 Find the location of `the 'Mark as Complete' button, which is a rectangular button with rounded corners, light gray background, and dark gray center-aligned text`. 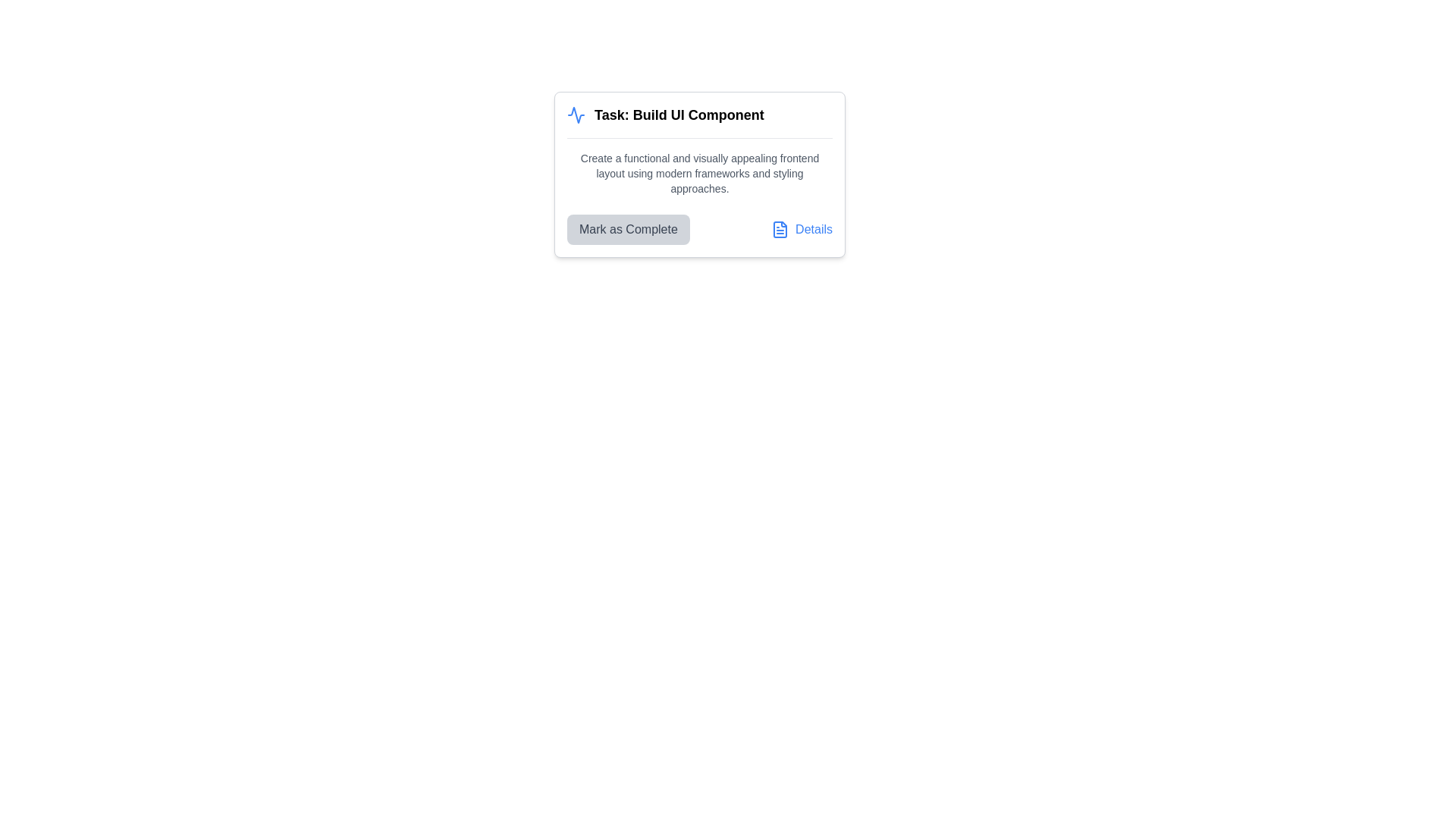

the 'Mark as Complete' button, which is a rectangular button with rounded corners, light gray background, and dark gray center-aligned text is located at coordinates (628, 230).